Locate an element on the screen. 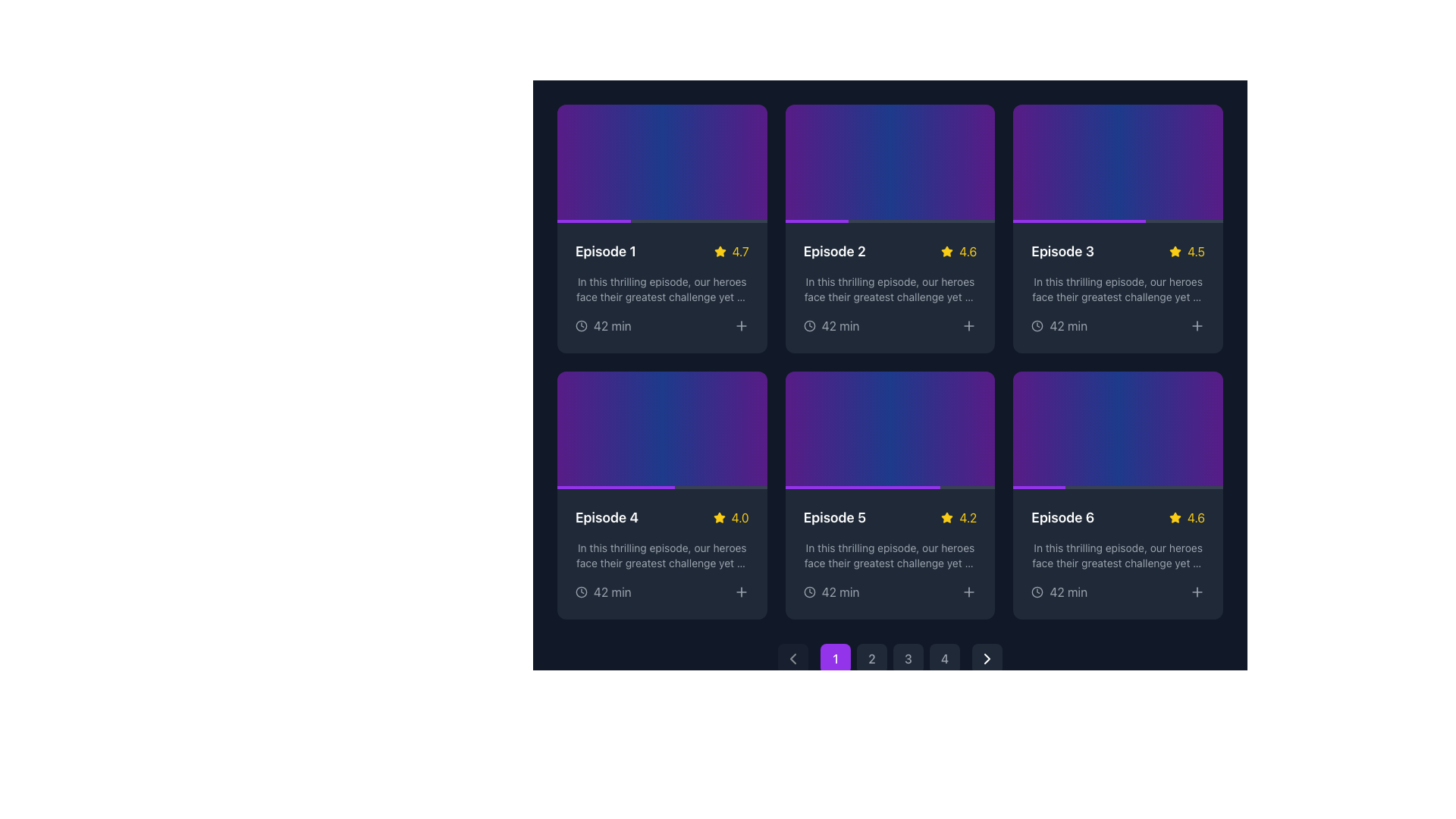 This screenshot has height=819, width=1456. the small gray circular button with a plus sign, located at the bottom-right corner of the 'Episode 1' card, to observe its hover effects is located at coordinates (741, 325).